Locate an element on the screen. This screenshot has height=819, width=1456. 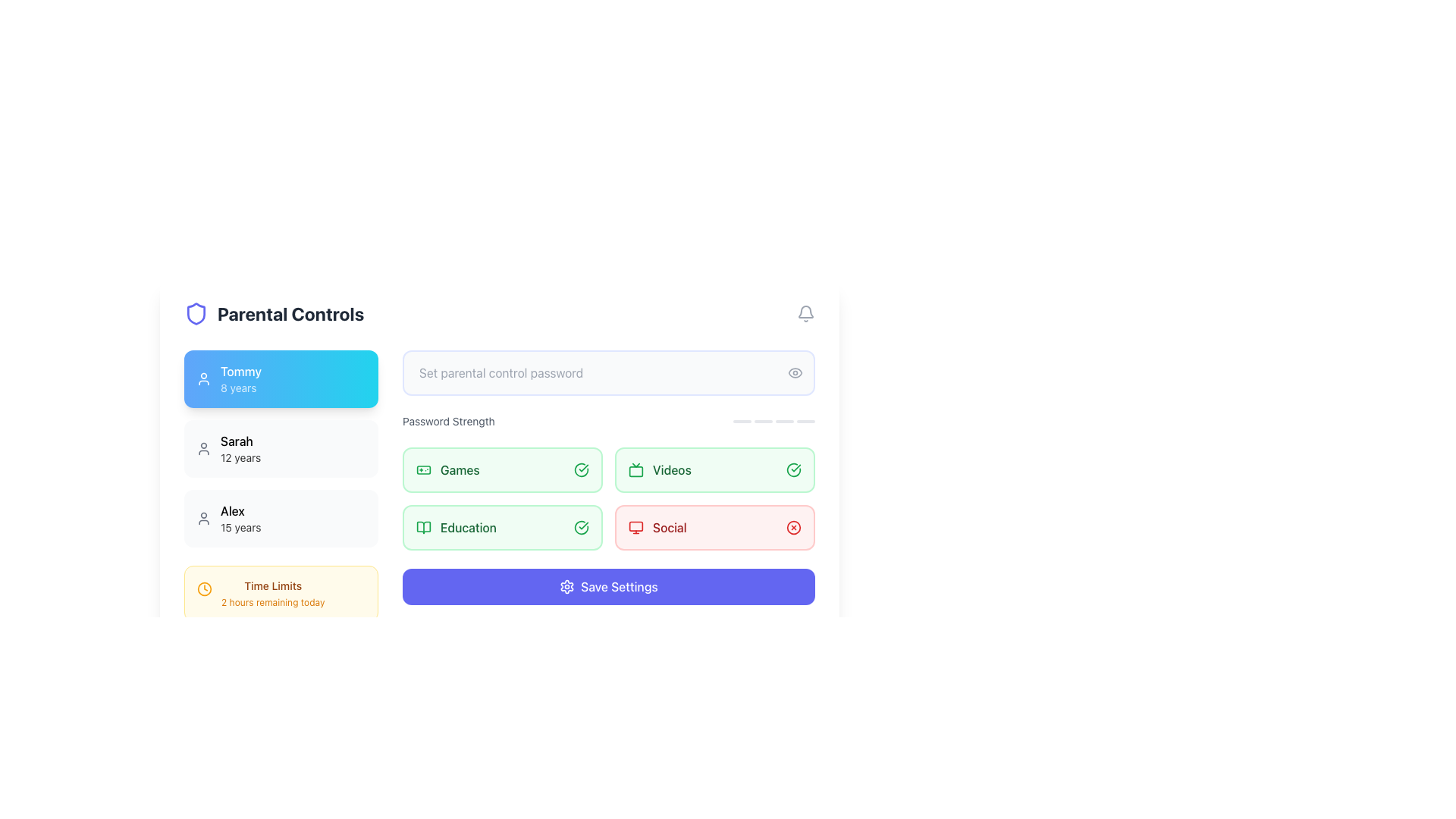
the 'Social' category card, which is the fourth item in the list styled with a red border and background, containing a monitor icon on the left and an 'x' icon on the right is located at coordinates (714, 526).